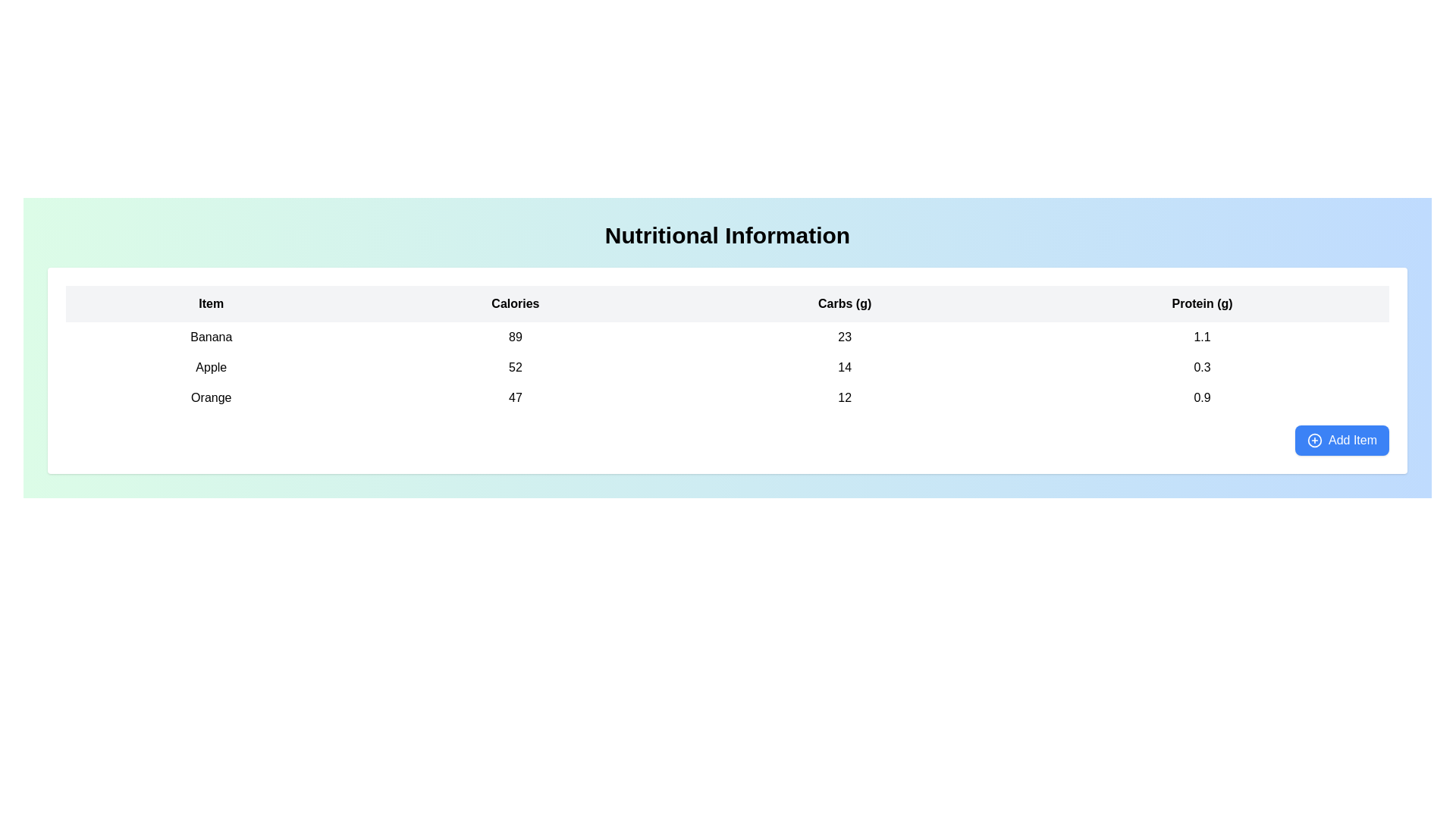 This screenshot has width=1456, height=819. I want to click on the table cell displaying '12', so click(844, 397).